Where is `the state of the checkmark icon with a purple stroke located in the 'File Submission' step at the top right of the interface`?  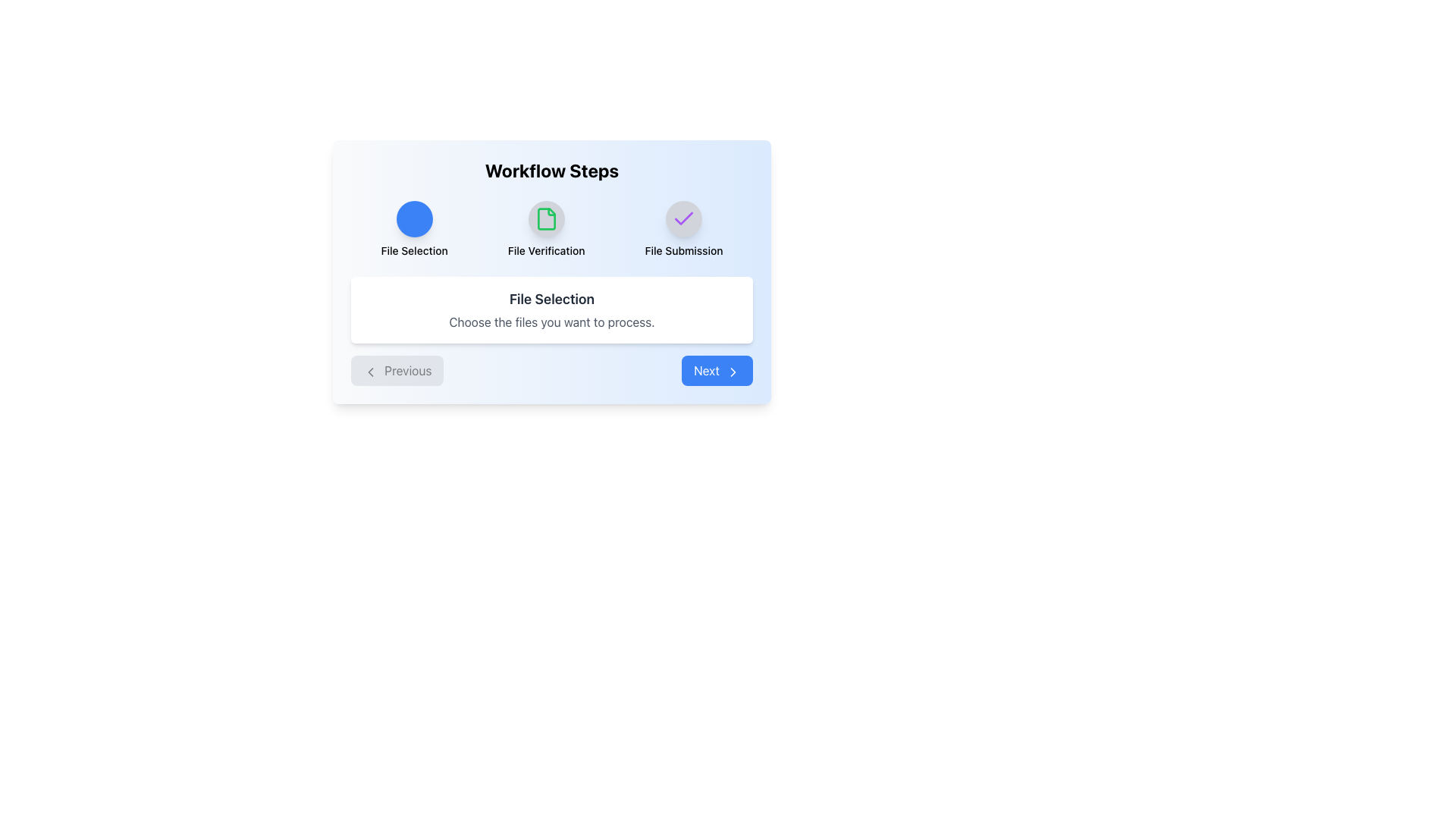
the state of the checkmark icon with a purple stroke located in the 'File Submission' step at the top right of the interface is located at coordinates (683, 218).